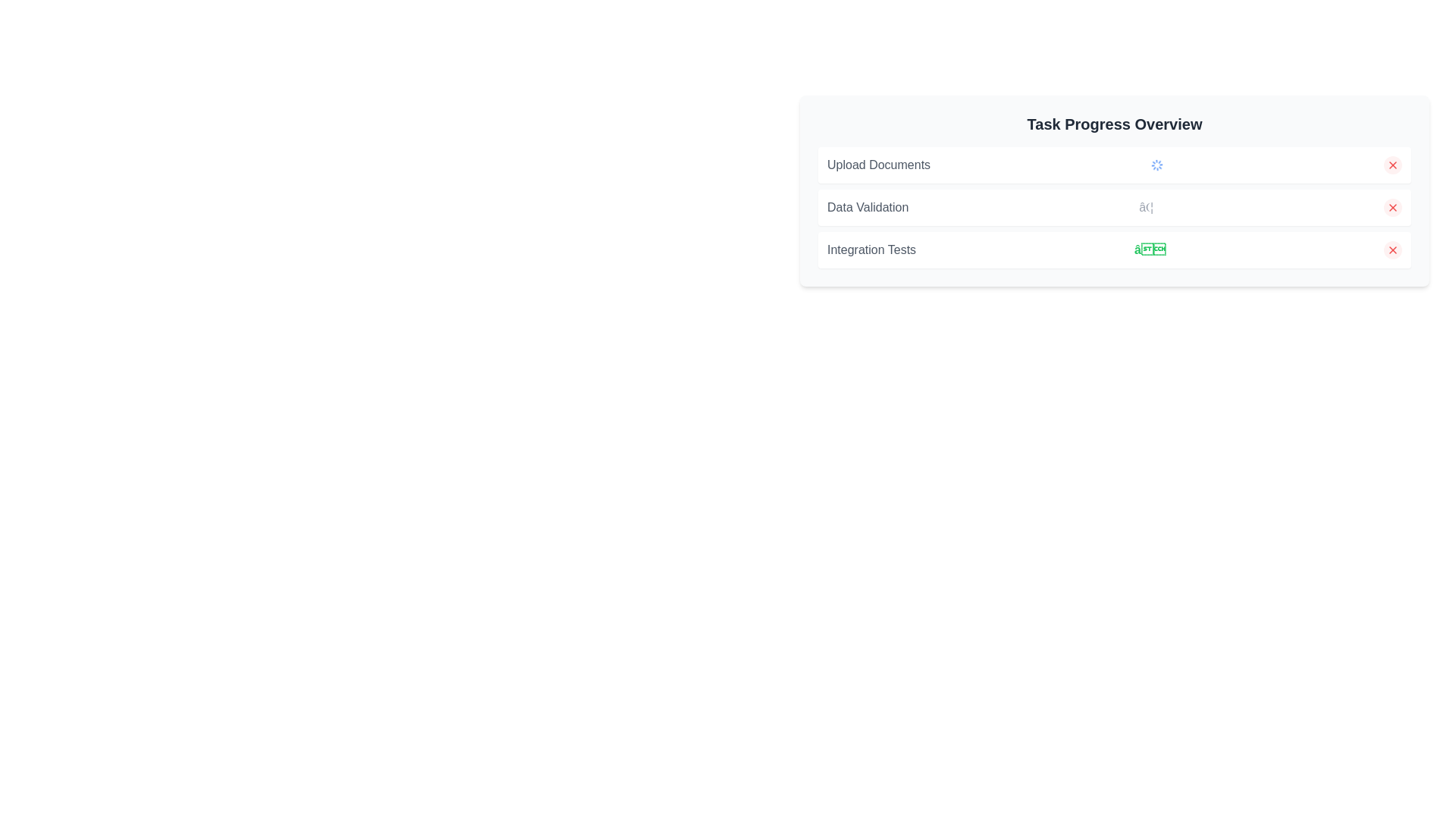 This screenshot has height=819, width=1456. I want to click on the 'delete' button in the 'Data Validation' section of the 'Task Progress Overview', so click(1393, 207).